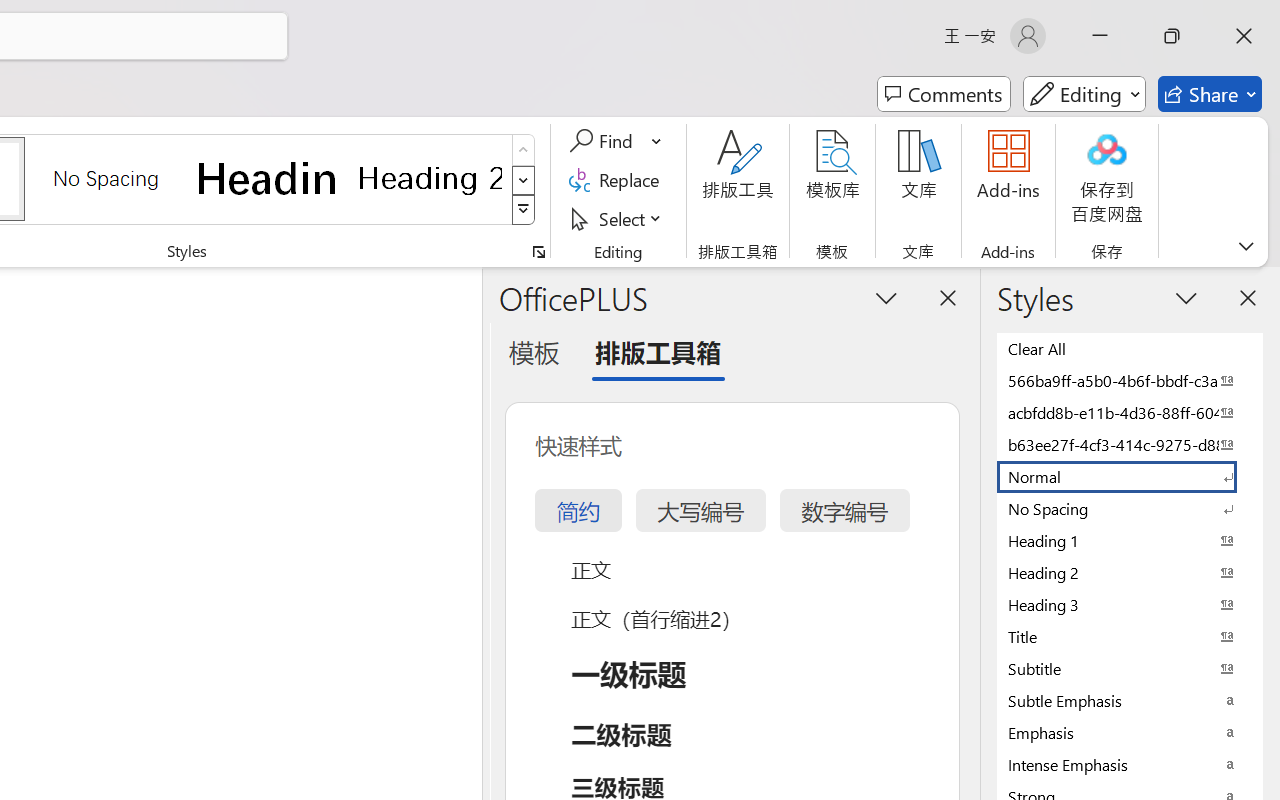 The width and height of the screenshot is (1280, 800). Describe the element at coordinates (429, 177) in the screenshot. I see `'Heading 2'` at that location.